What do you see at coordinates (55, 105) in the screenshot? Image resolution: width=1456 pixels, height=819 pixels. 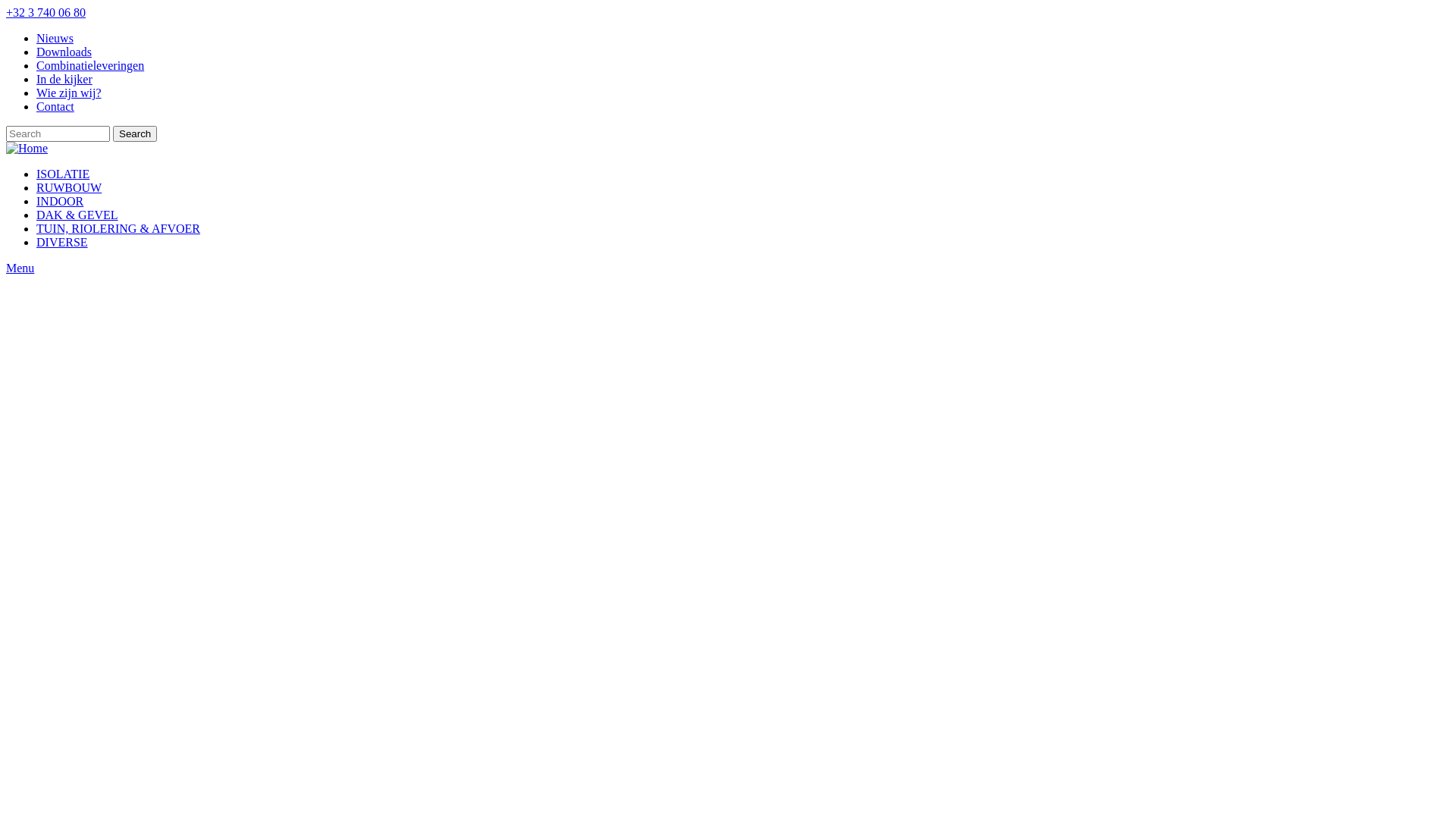 I see `'Contact'` at bounding box center [55, 105].